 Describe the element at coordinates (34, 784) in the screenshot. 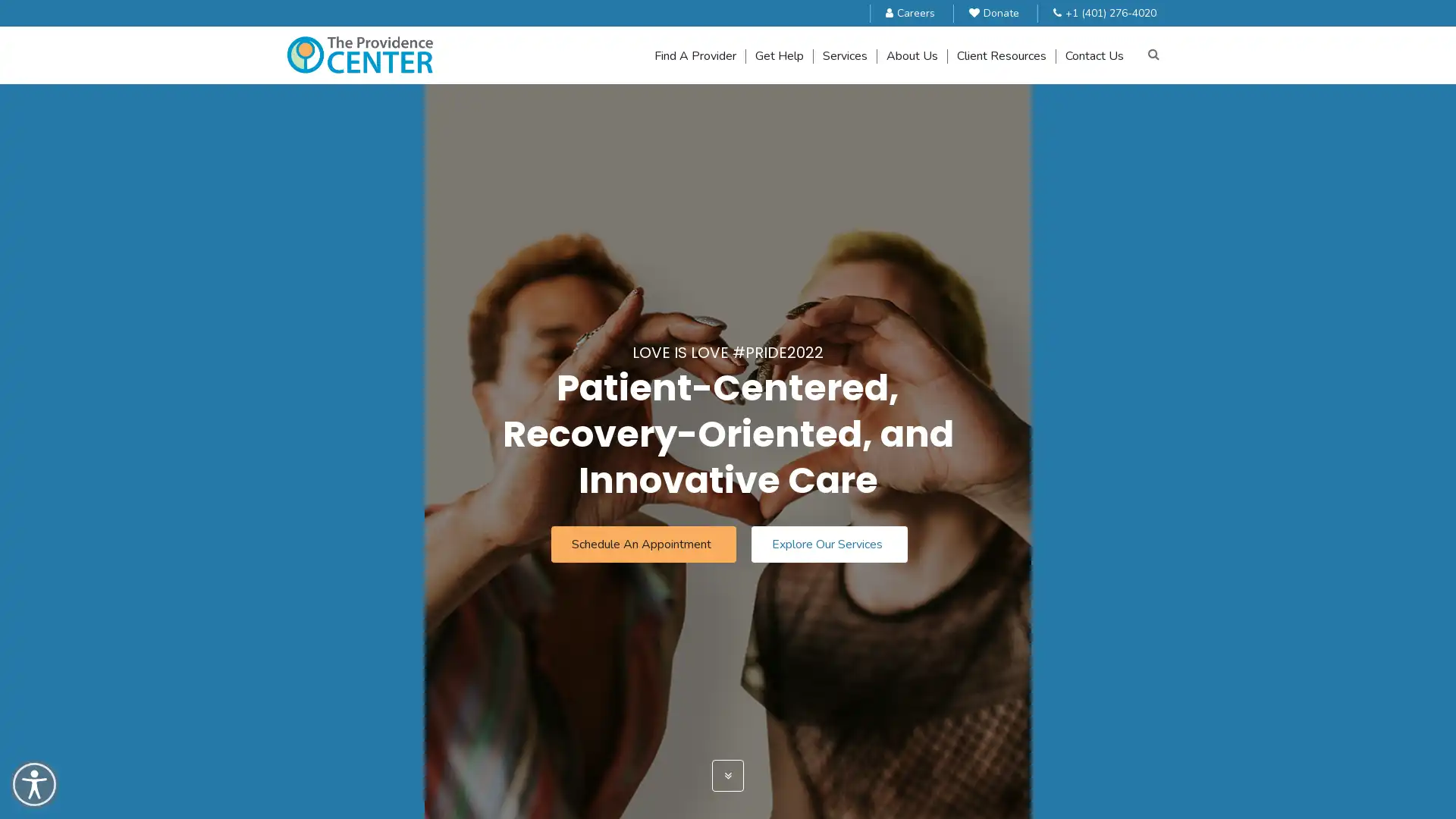

I see `Accessibility Menu` at that location.